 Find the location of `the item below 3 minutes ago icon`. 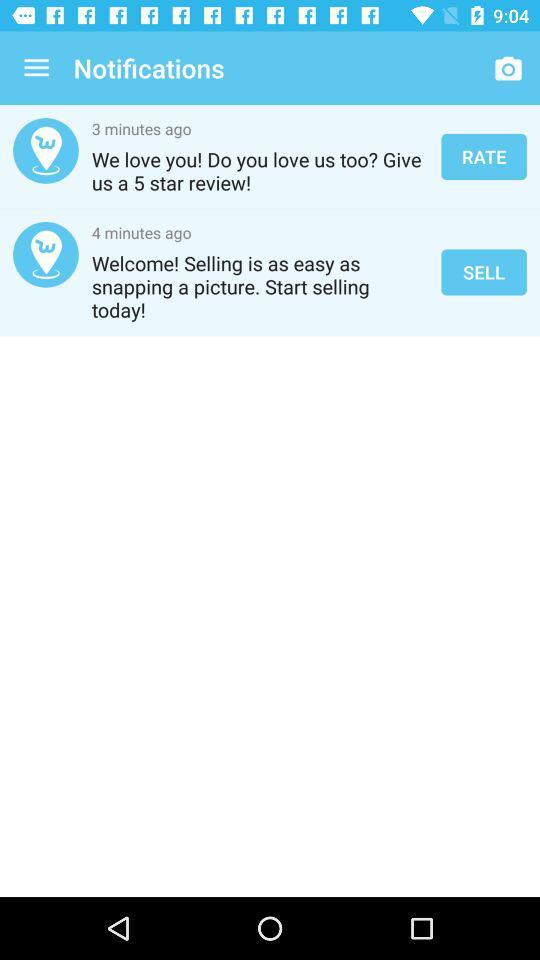

the item below 3 minutes ago icon is located at coordinates (260, 170).